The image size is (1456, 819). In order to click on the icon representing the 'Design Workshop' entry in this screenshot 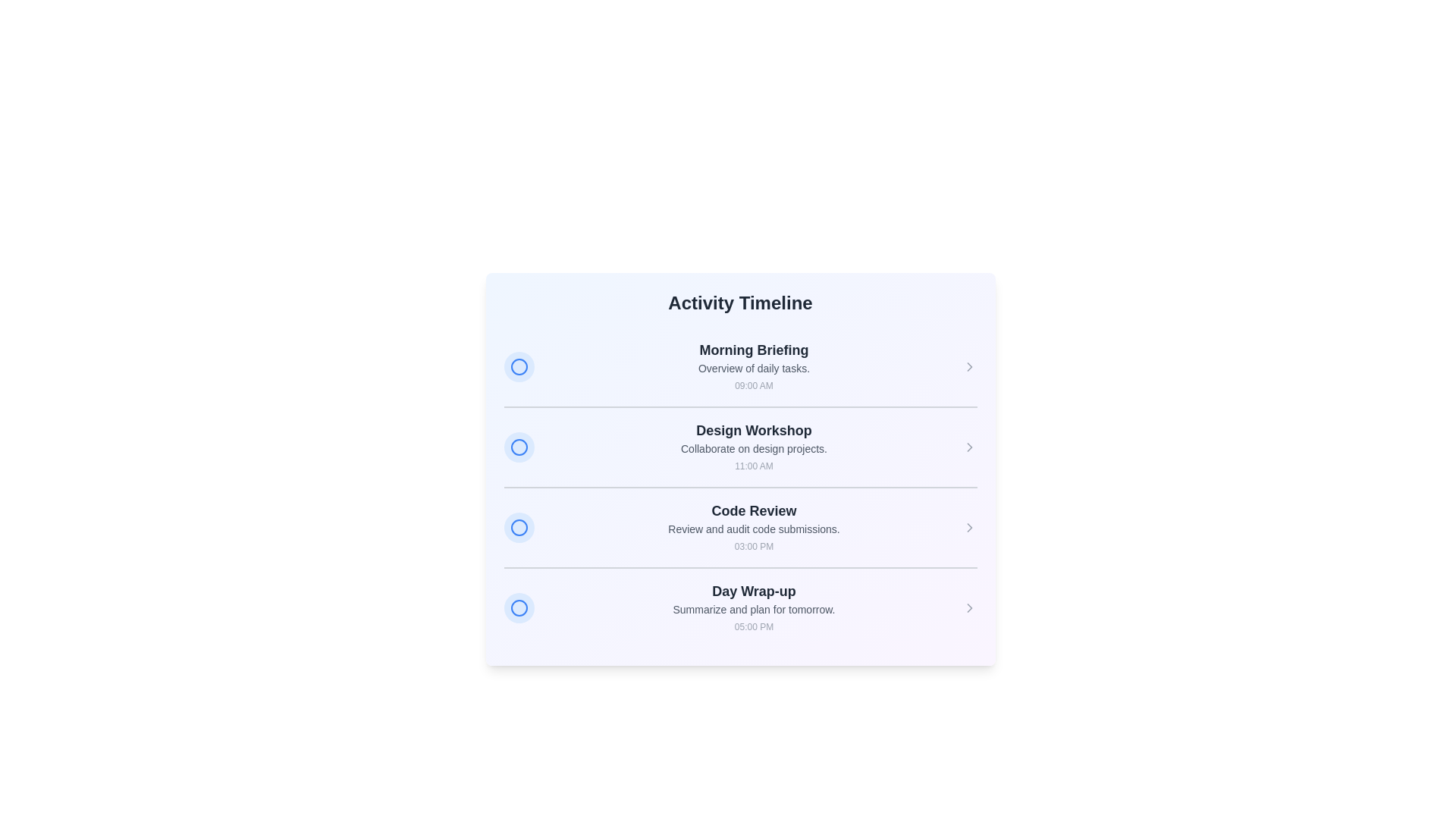, I will do `click(519, 447)`.